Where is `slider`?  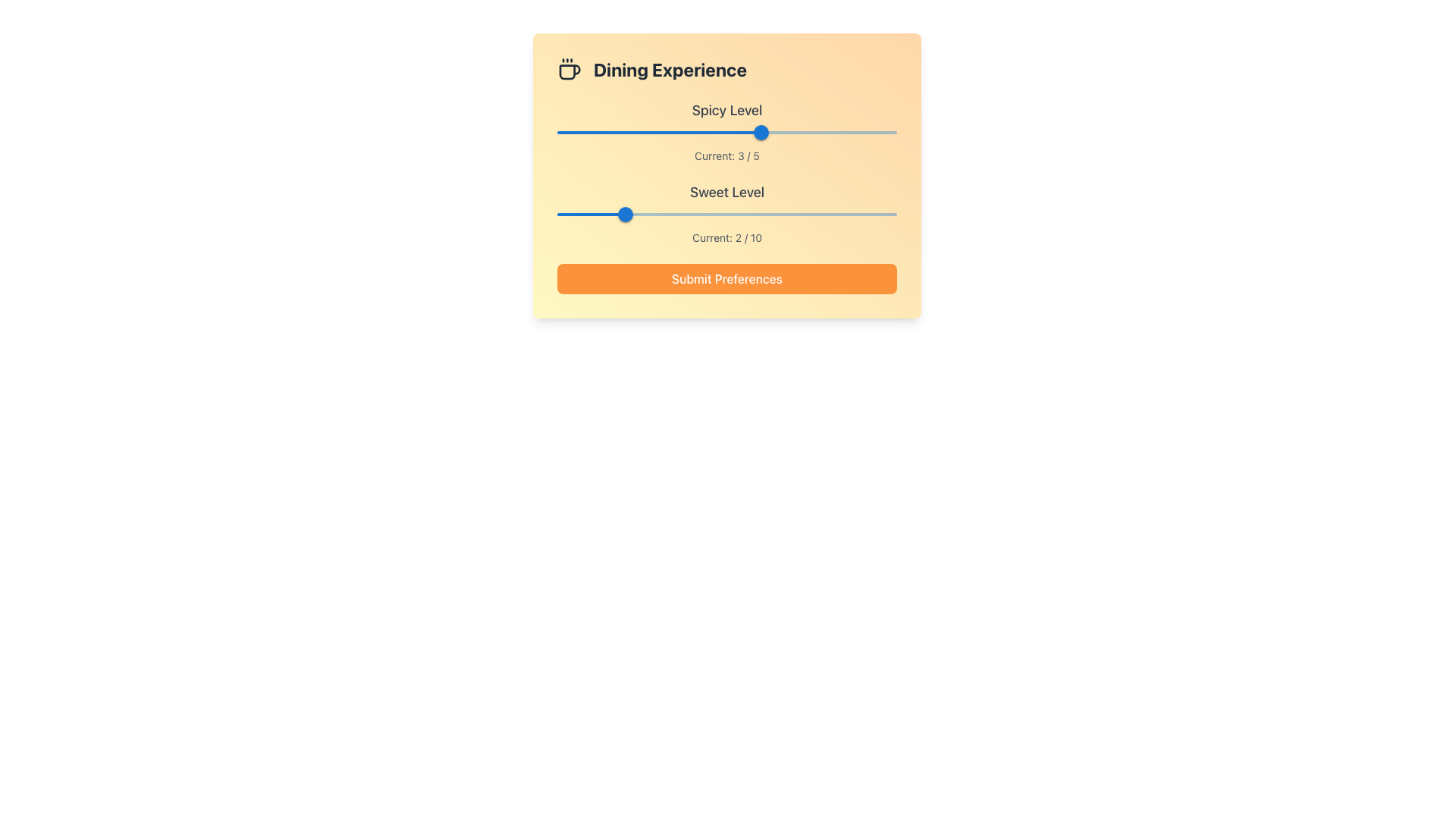
slider is located at coordinates (619, 214).